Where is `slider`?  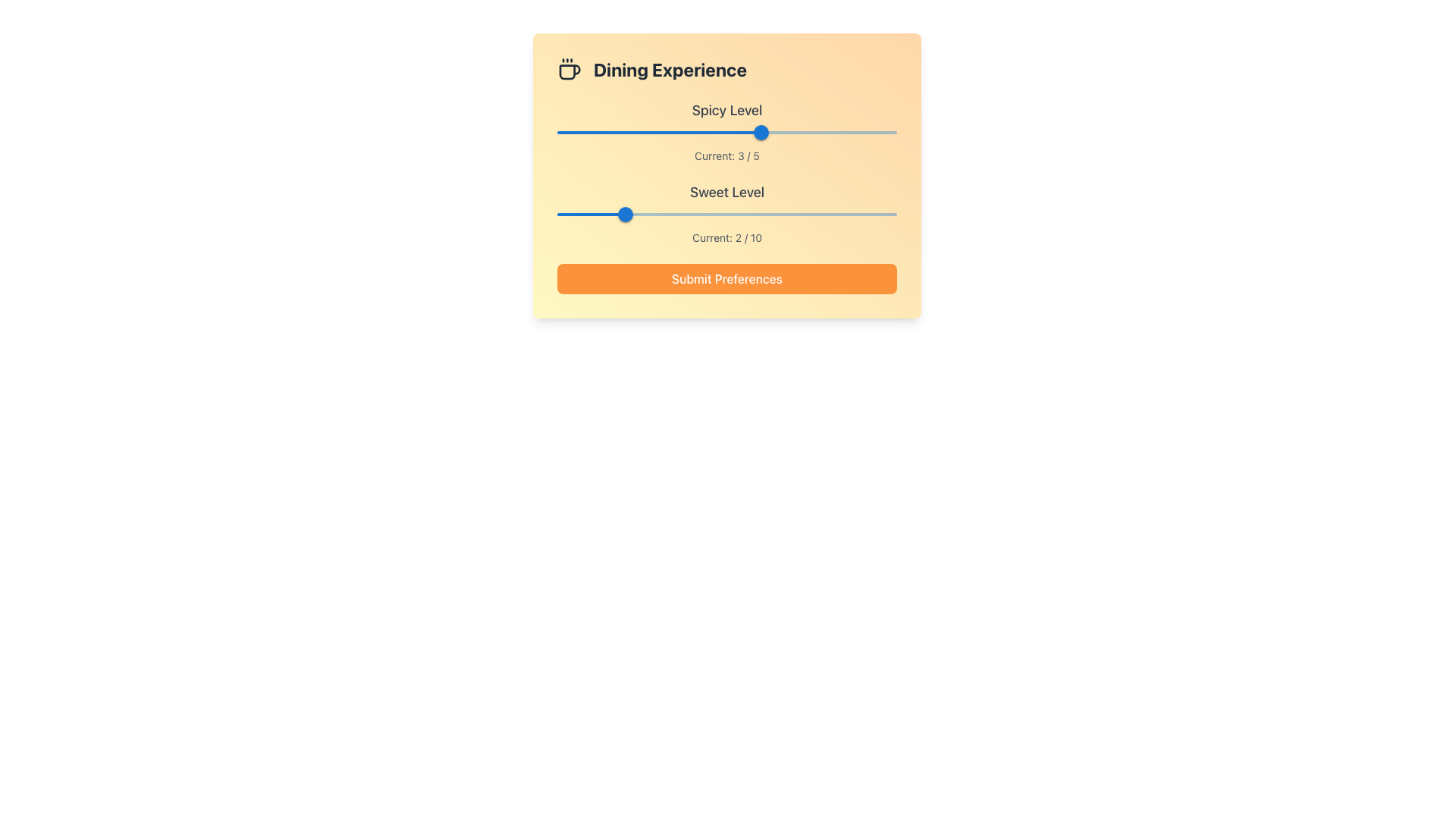
slider is located at coordinates (619, 214).